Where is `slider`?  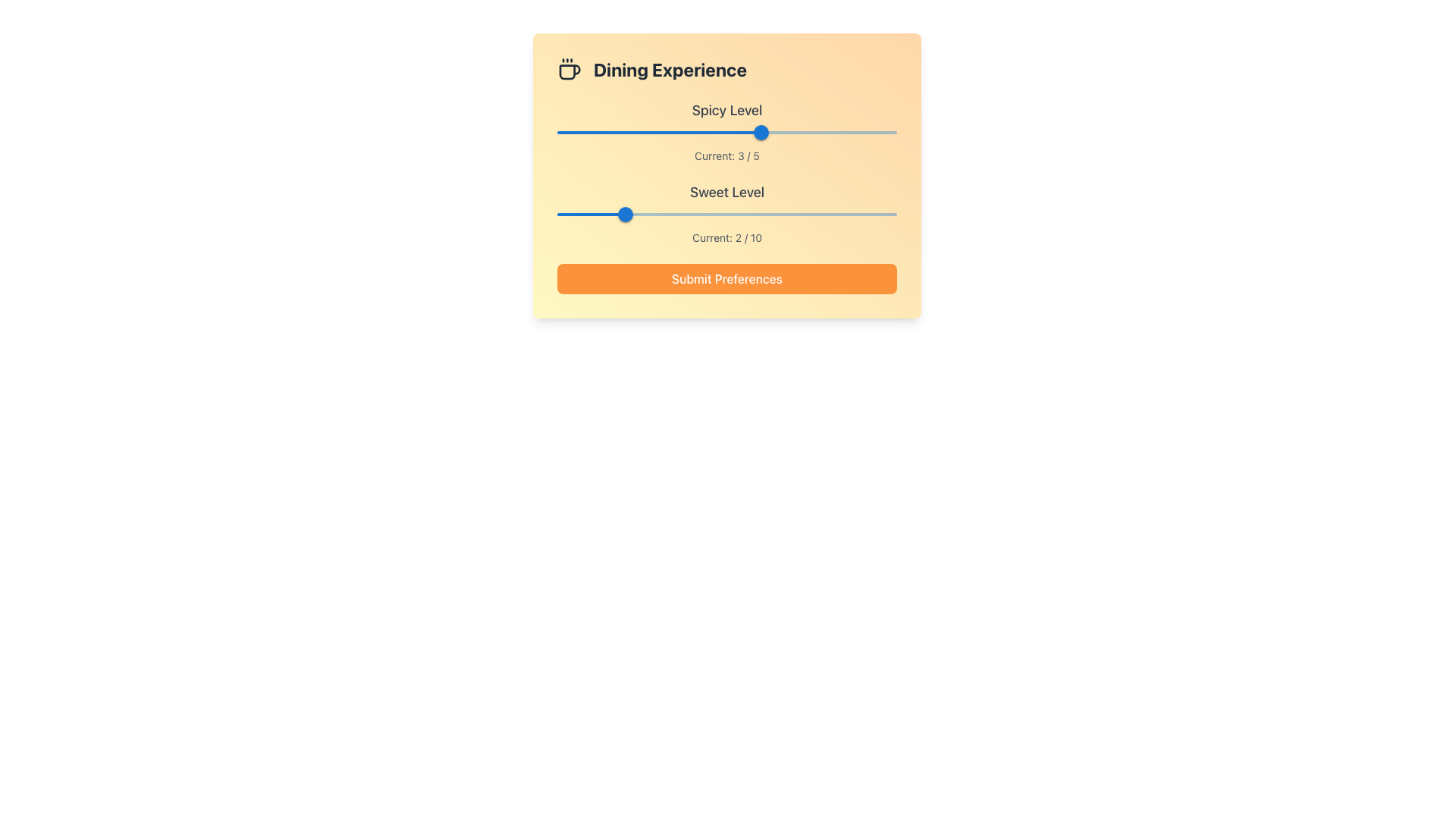
slider is located at coordinates (619, 214).